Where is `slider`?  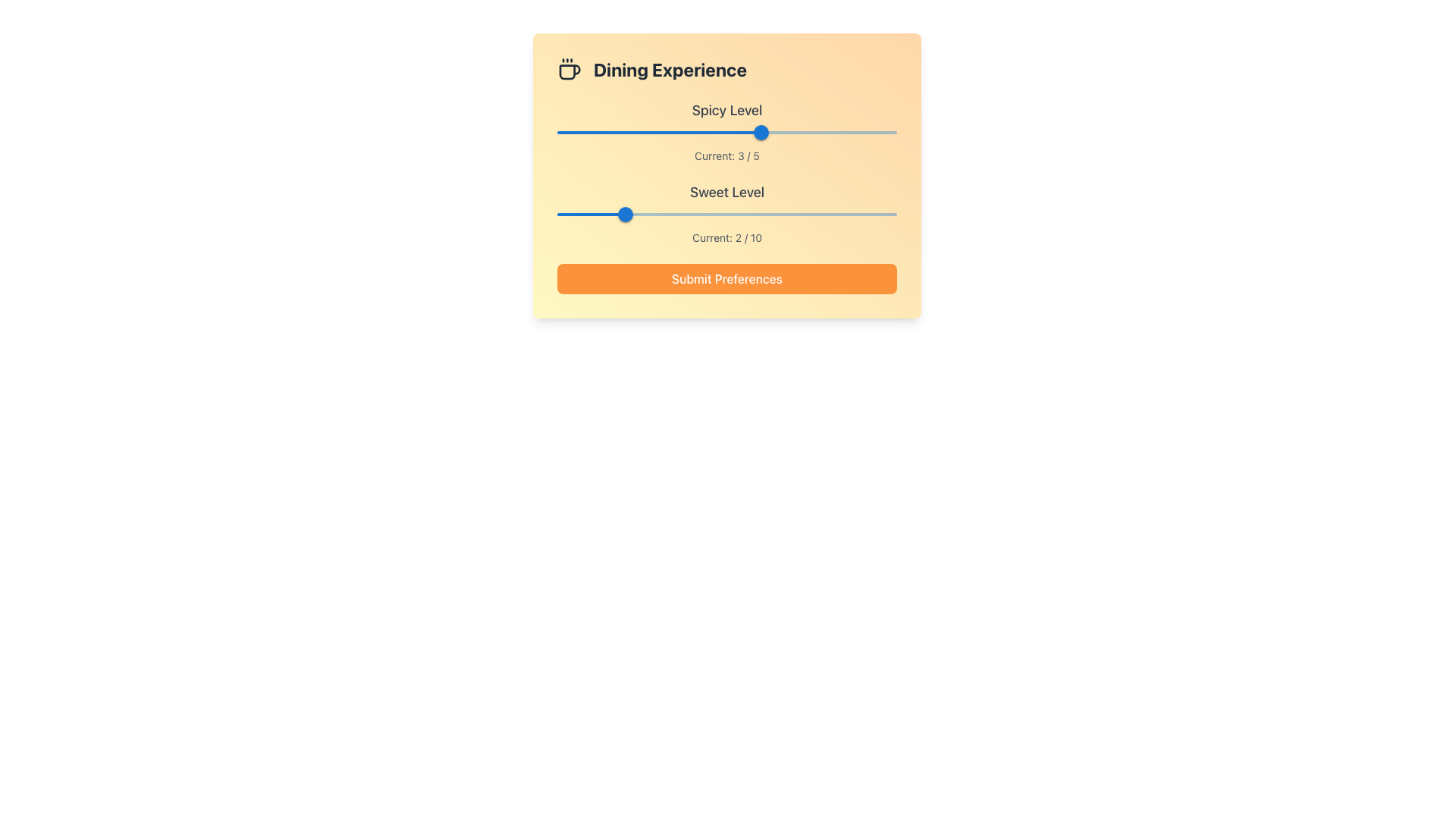
slider is located at coordinates (619, 214).